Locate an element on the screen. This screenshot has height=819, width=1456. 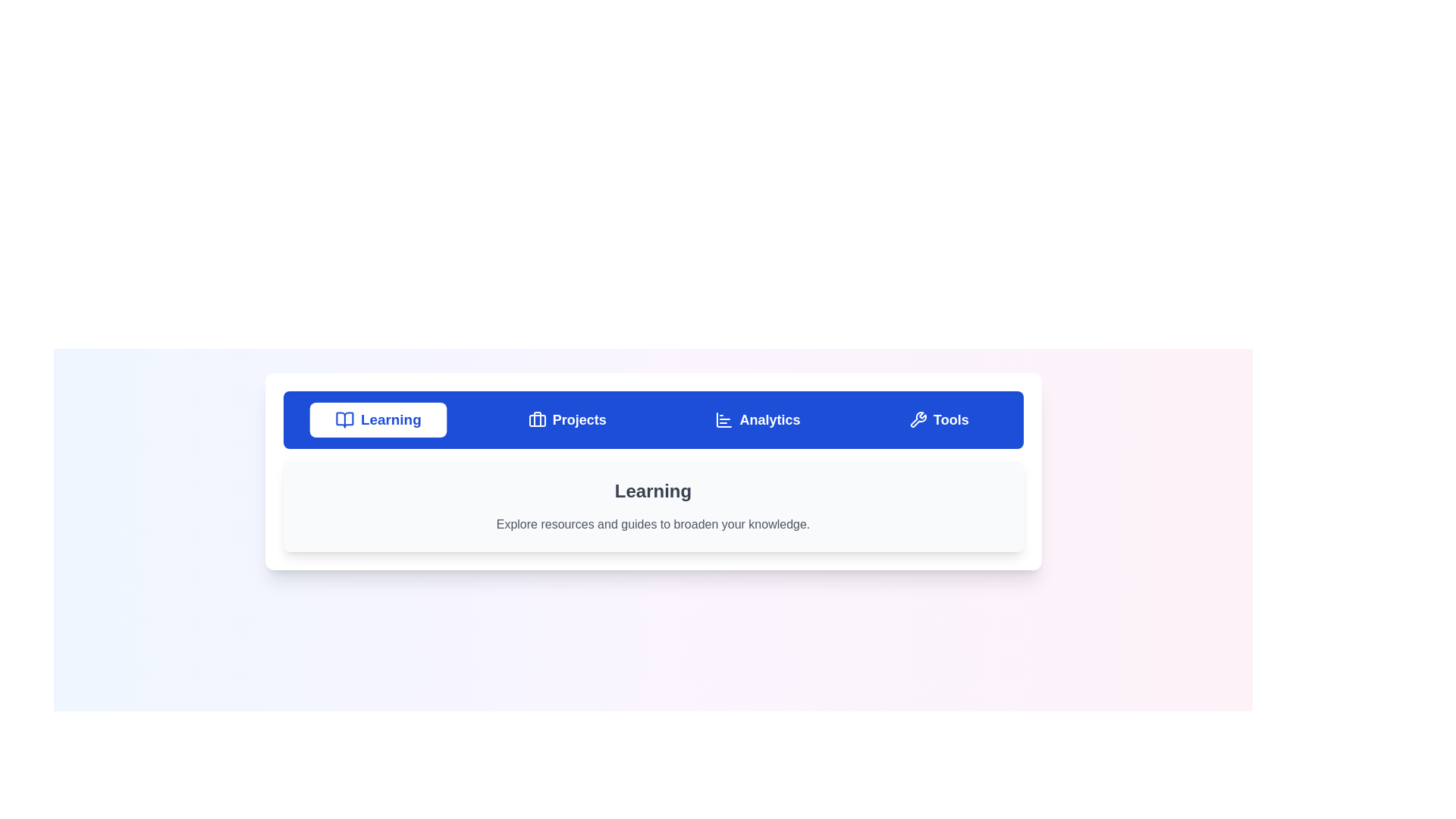
the blue open book icon located to the left of the 'Learning' text within the pill-shaped button is located at coordinates (344, 420).